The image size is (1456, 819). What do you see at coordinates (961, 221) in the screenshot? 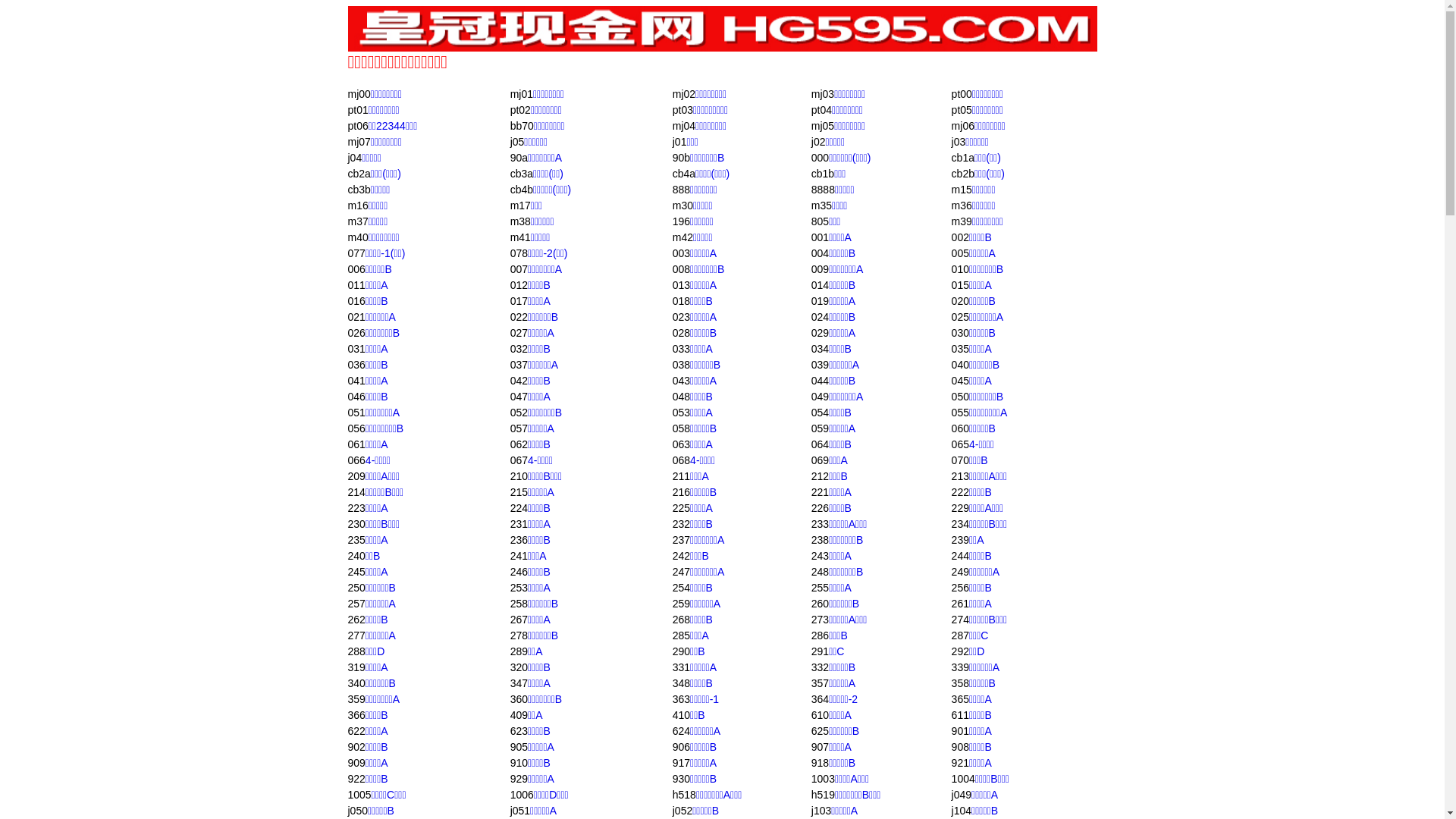
I see `'m39'` at bounding box center [961, 221].